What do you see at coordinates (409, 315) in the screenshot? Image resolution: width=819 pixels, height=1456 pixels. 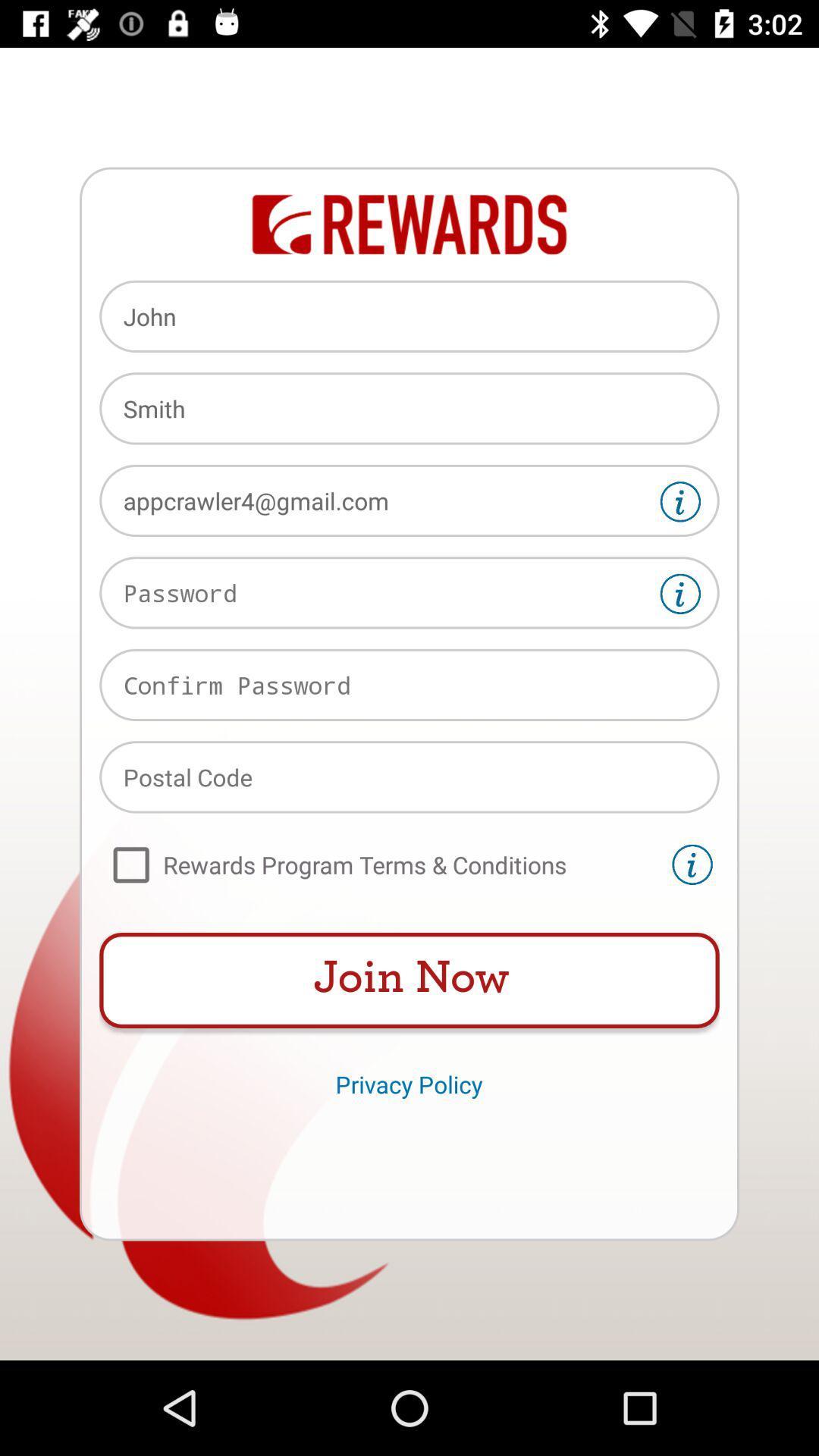 I see `the item above the smith` at bounding box center [409, 315].